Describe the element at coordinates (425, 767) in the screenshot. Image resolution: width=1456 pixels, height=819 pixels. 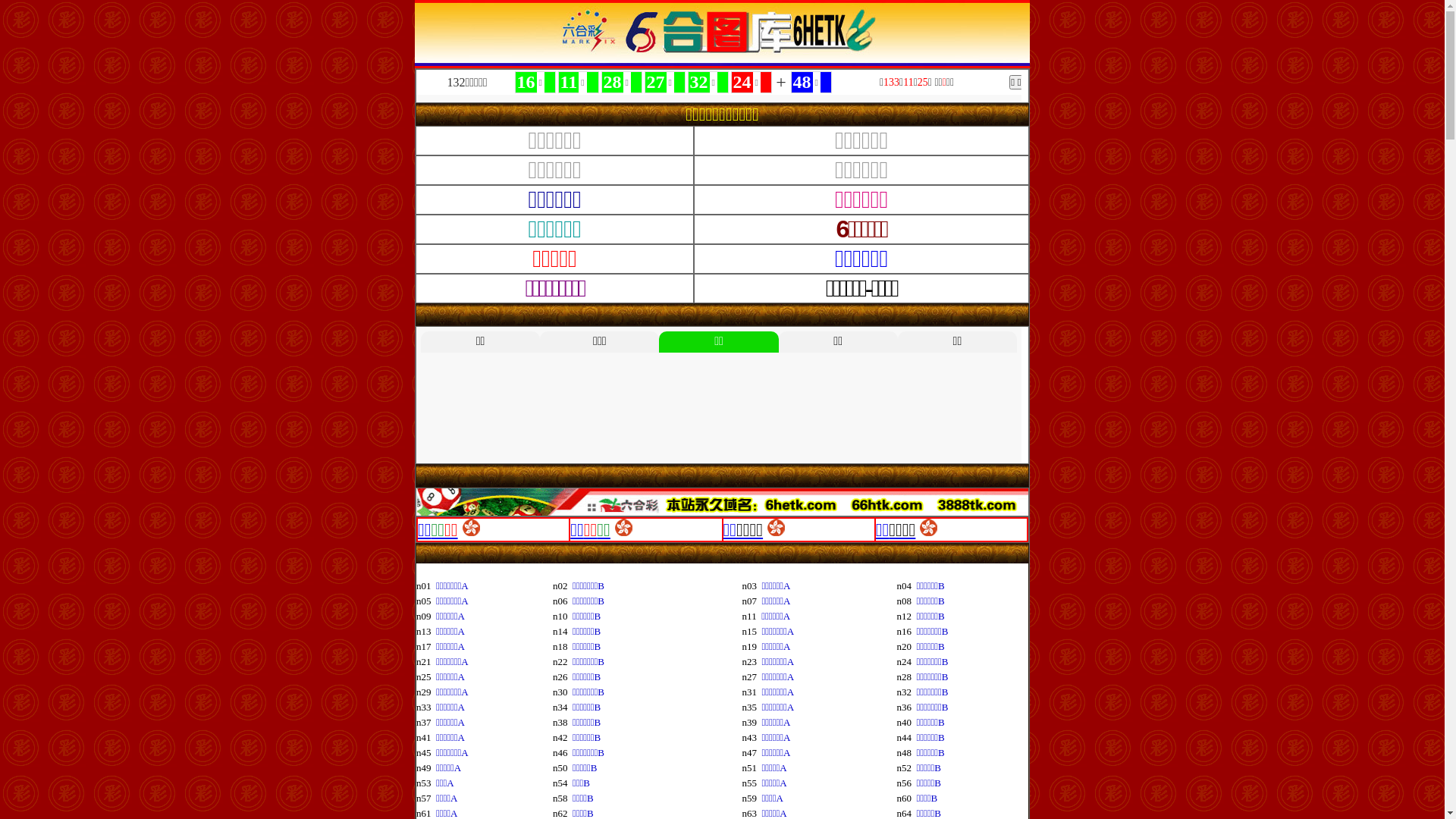
I see `'n49 '` at that location.